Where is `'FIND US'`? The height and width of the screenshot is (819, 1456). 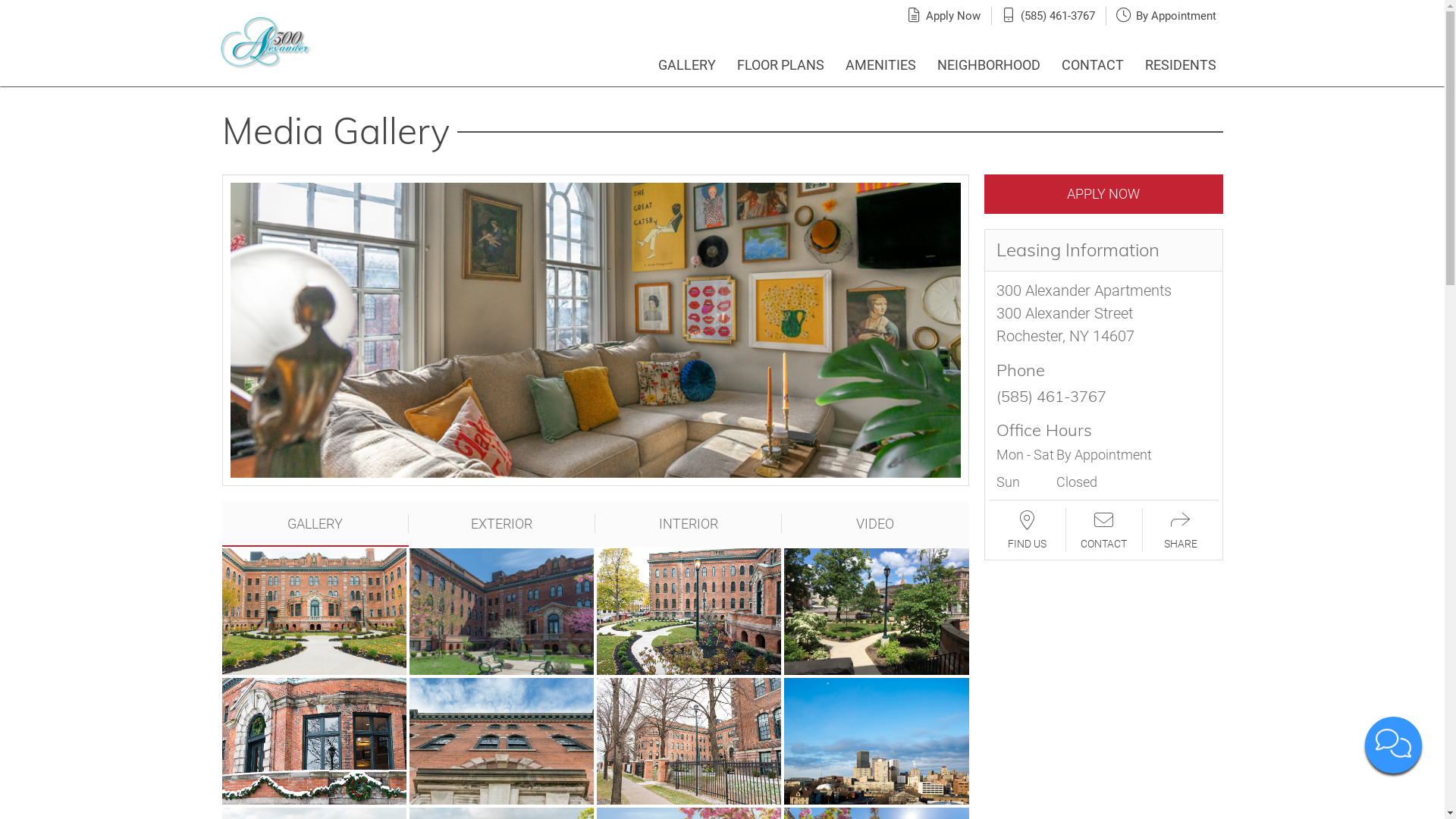 'FIND US' is located at coordinates (996, 529).